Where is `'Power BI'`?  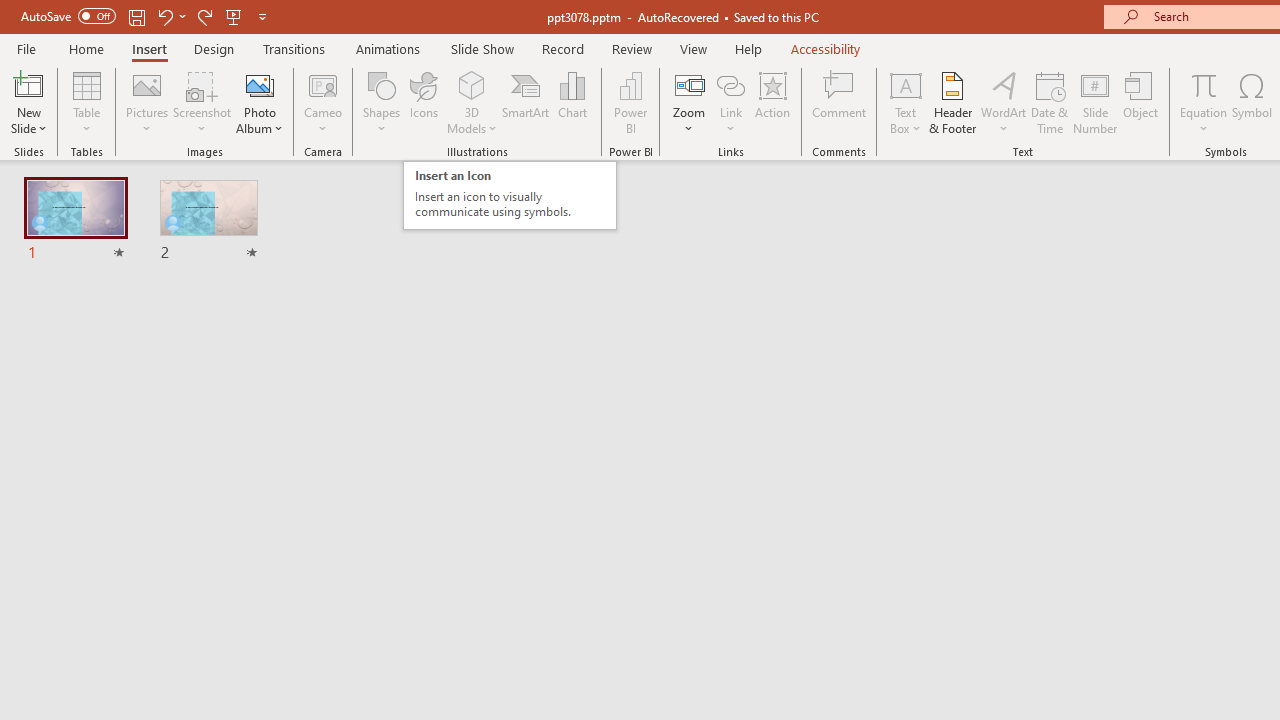
'Power BI' is located at coordinates (630, 103).